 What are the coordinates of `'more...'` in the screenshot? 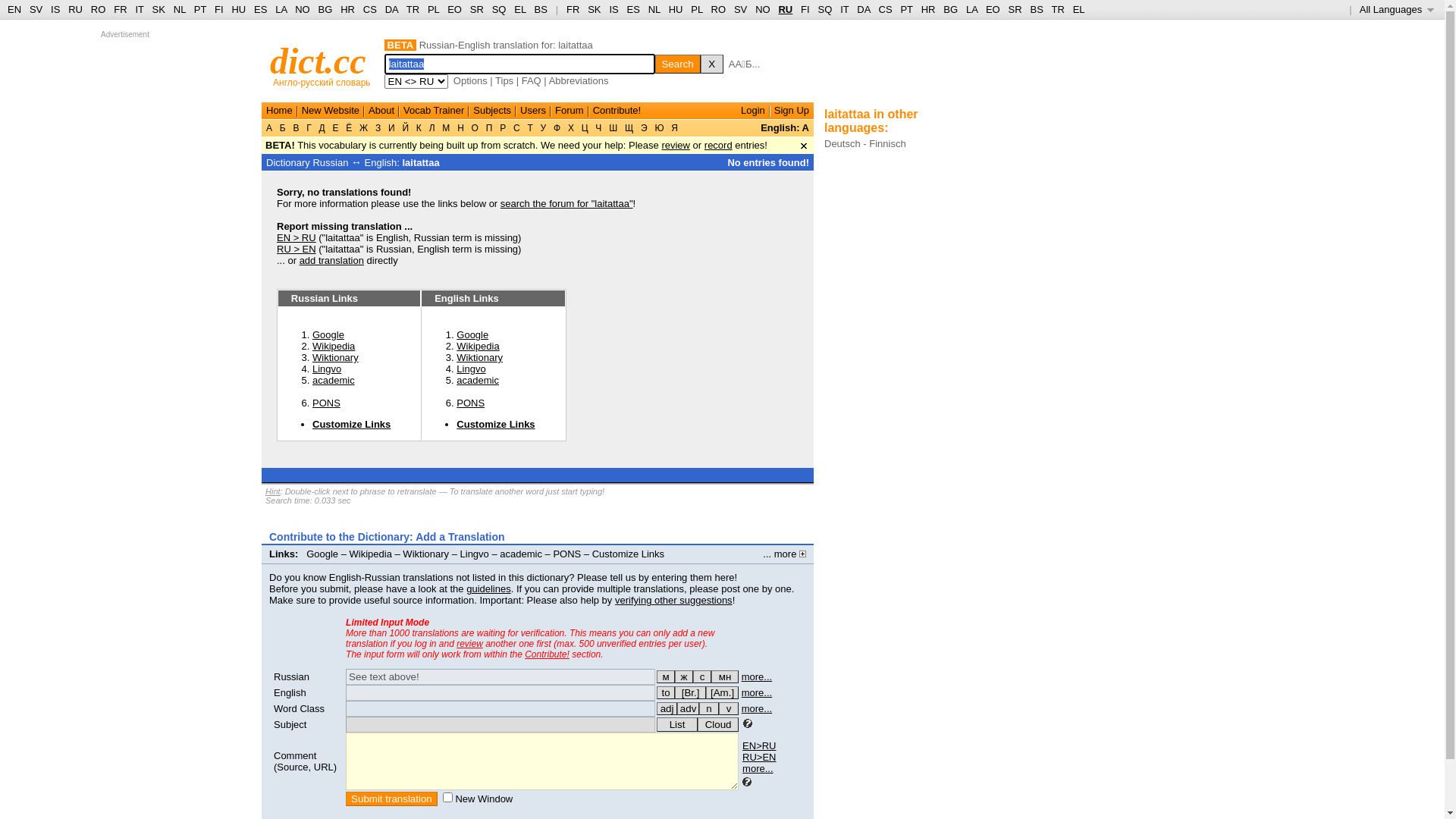 It's located at (757, 676).